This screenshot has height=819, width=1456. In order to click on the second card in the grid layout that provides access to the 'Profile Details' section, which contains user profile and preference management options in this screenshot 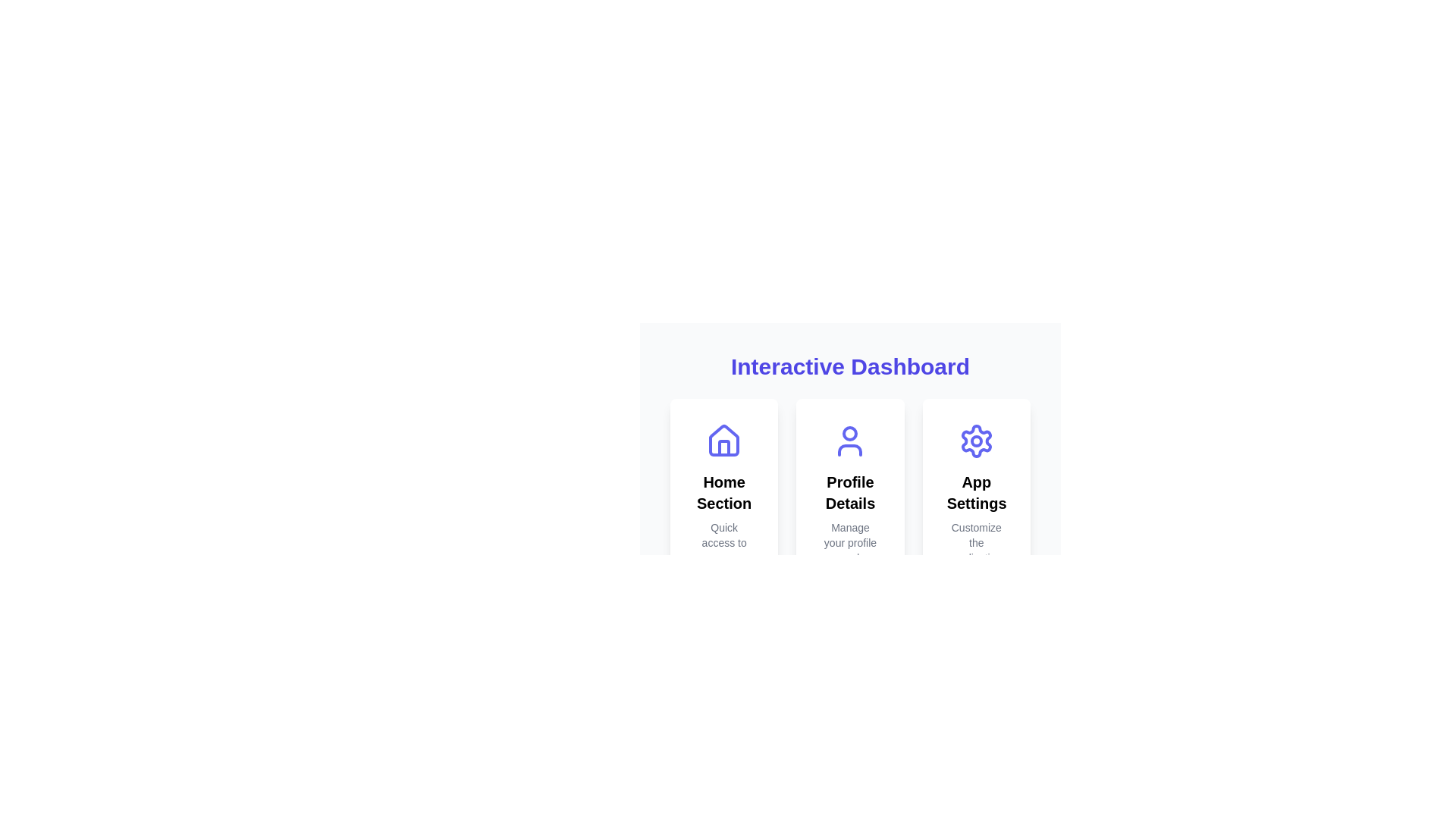, I will do `click(850, 516)`.